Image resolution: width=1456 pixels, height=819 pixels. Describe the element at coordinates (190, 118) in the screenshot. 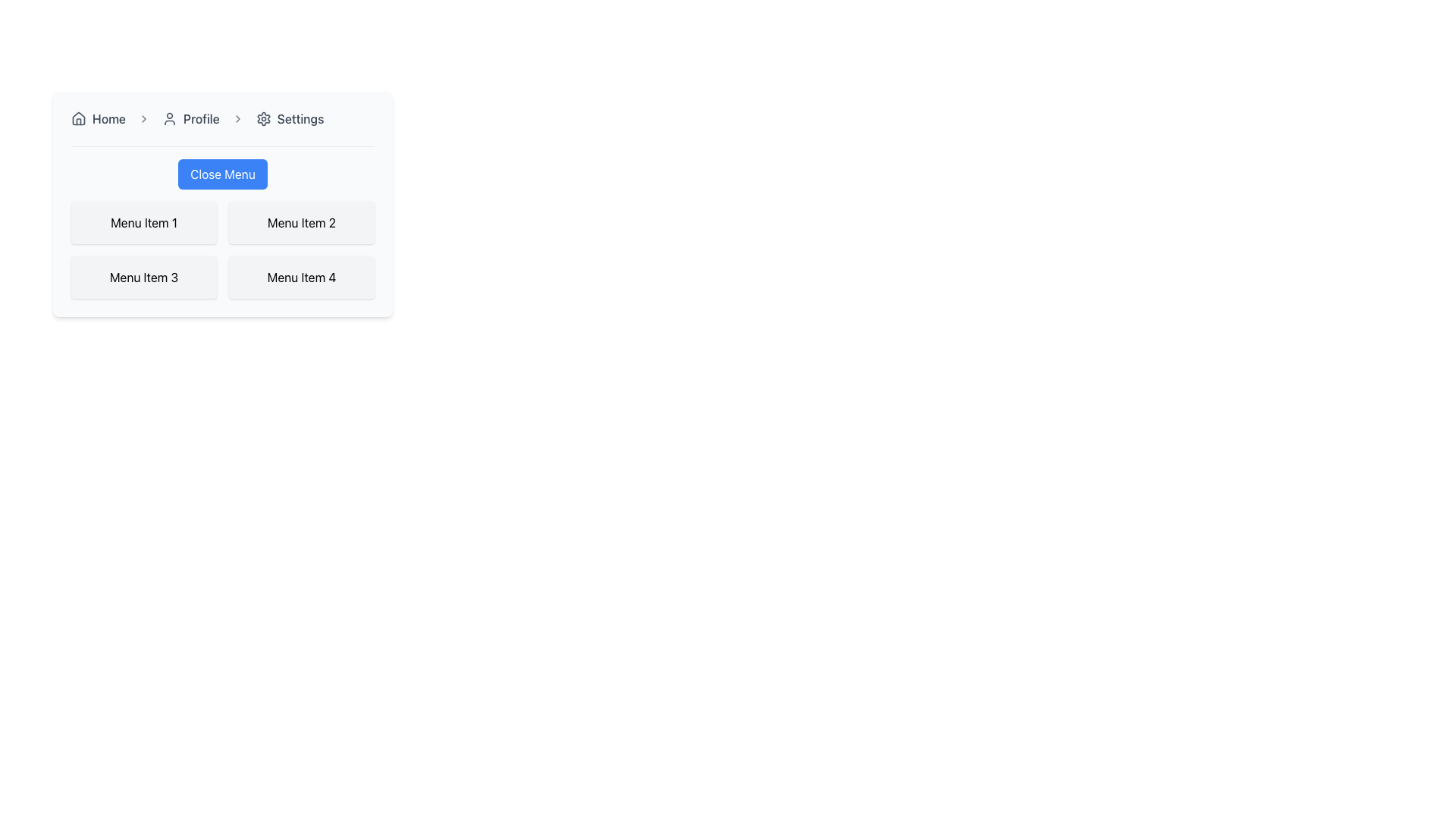

I see `the 'Profile' button in the navigation bar to observe the styling change from gray to blue` at that location.